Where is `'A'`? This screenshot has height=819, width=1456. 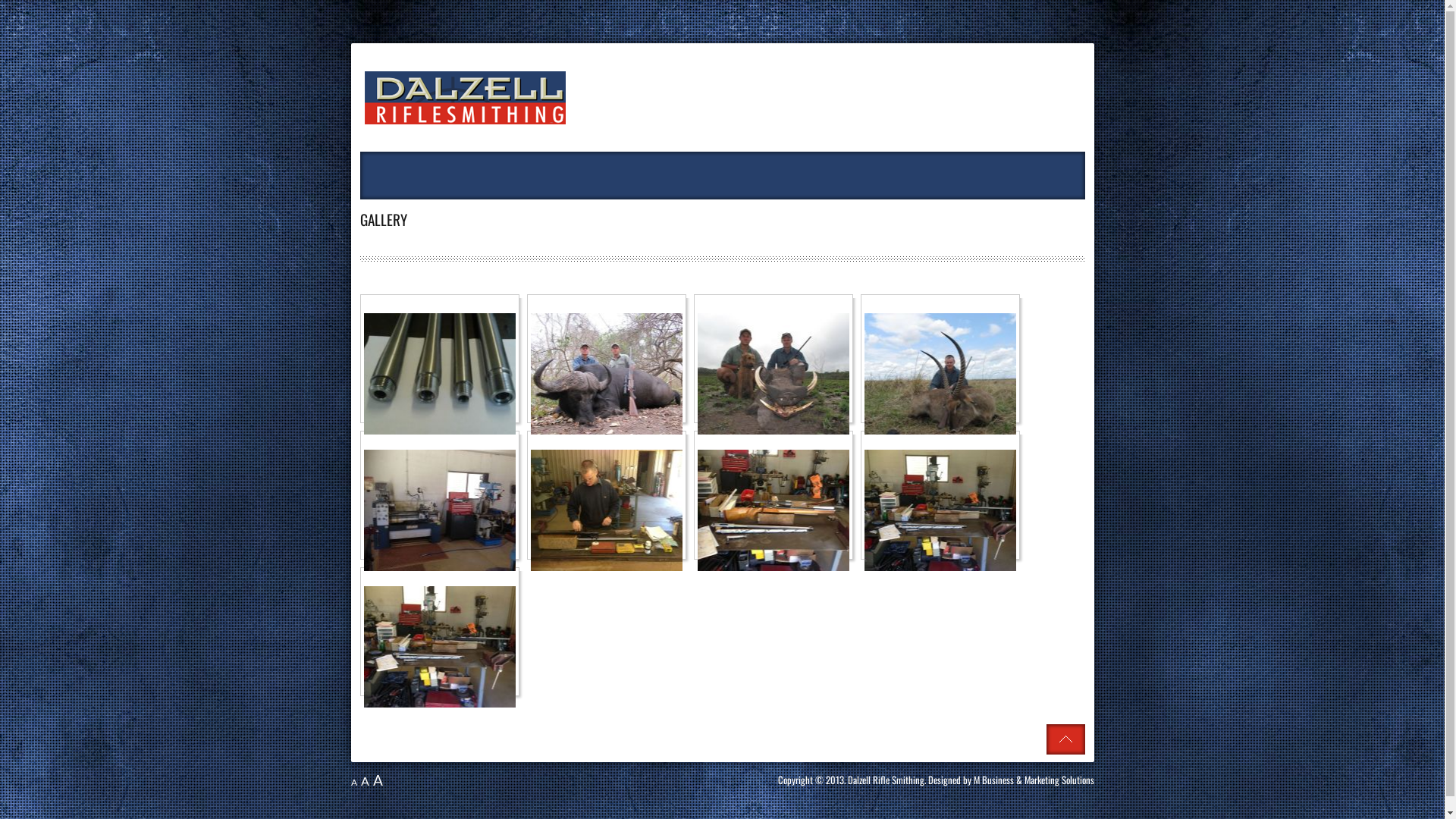 'A' is located at coordinates (378, 780).